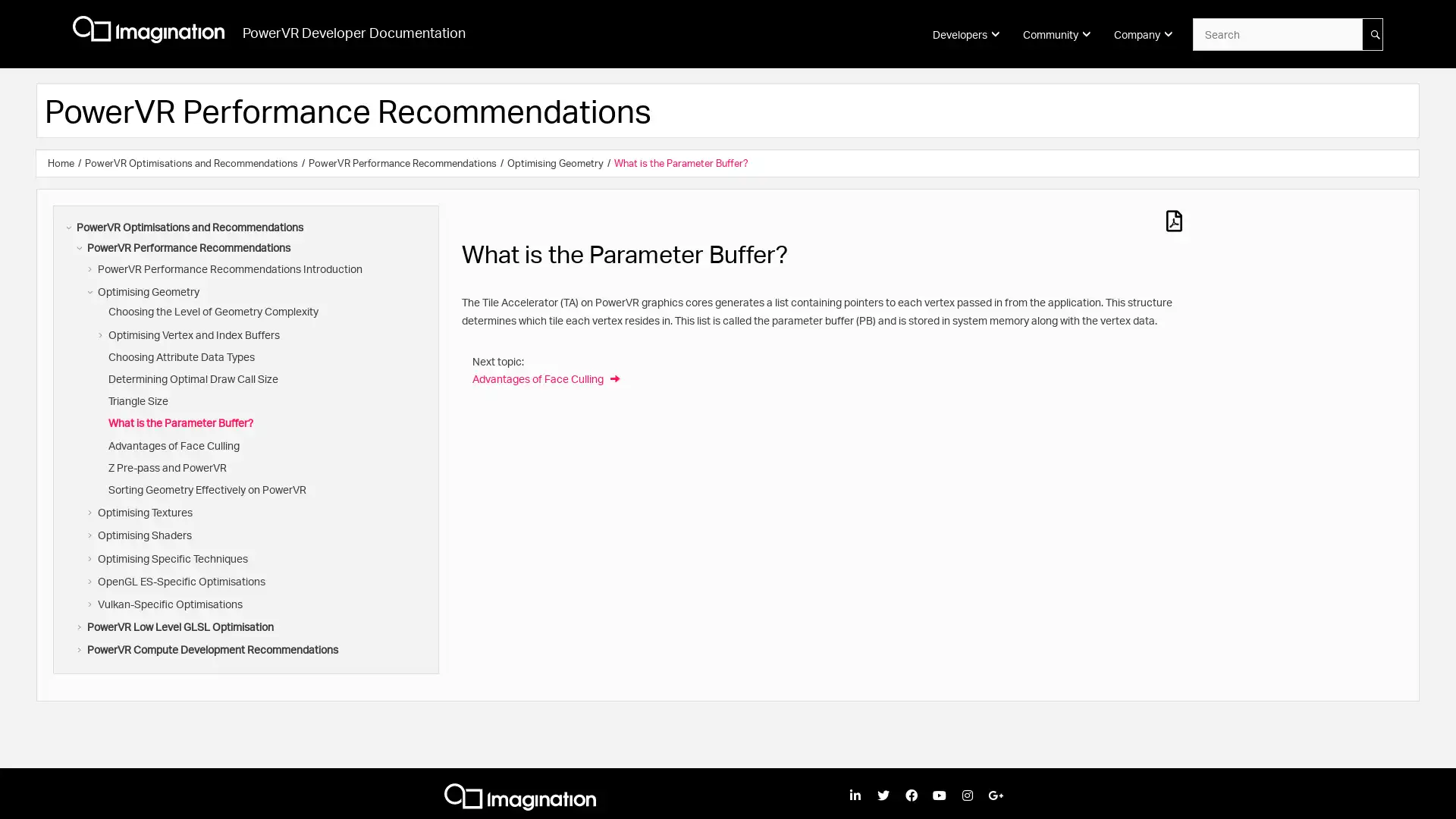 This screenshot has height=819, width=1456. I want to click on Expand Optimising Specific Techniques, so click(90, 558).